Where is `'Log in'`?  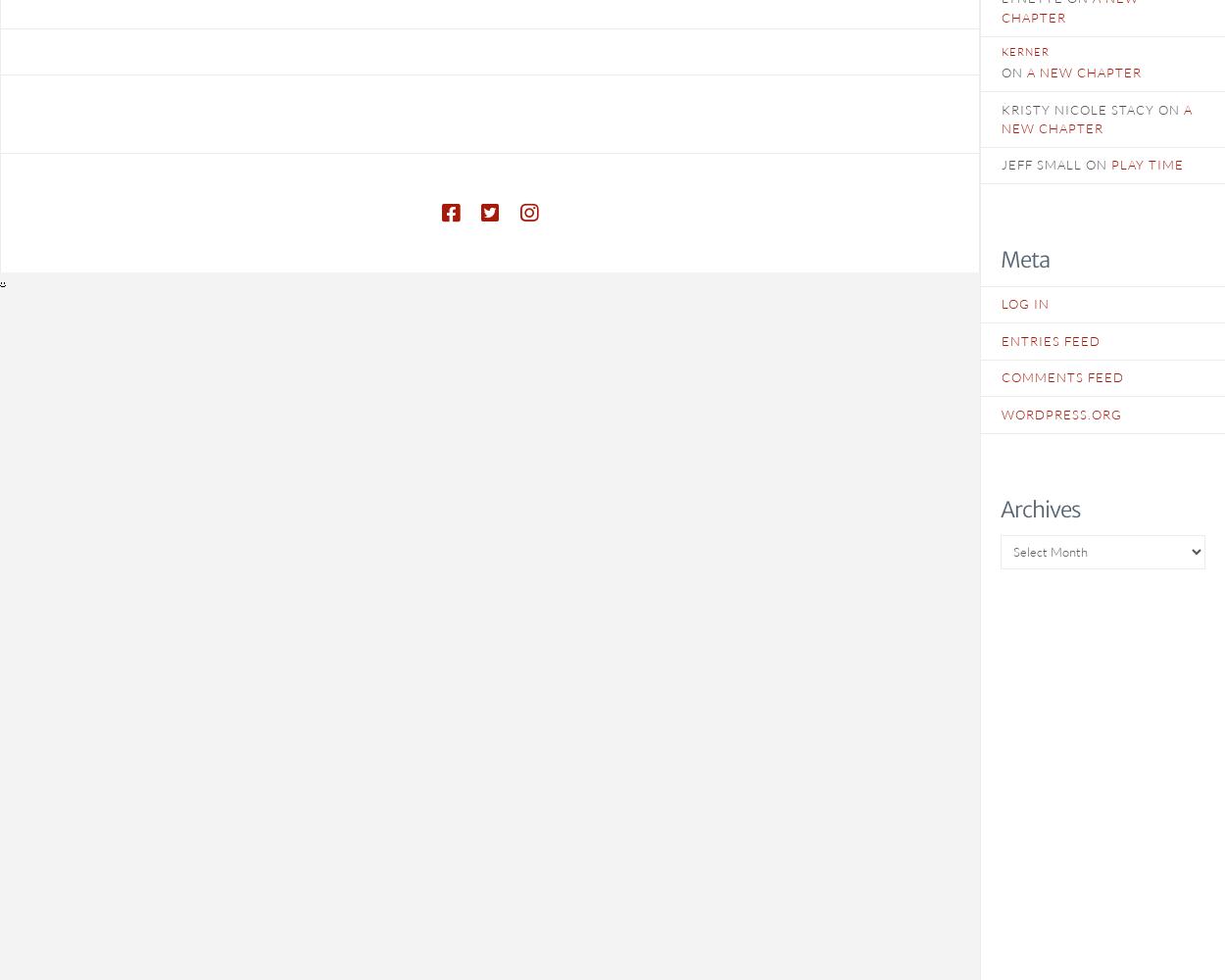
'Log in' is located at coordinates (1025, 304).